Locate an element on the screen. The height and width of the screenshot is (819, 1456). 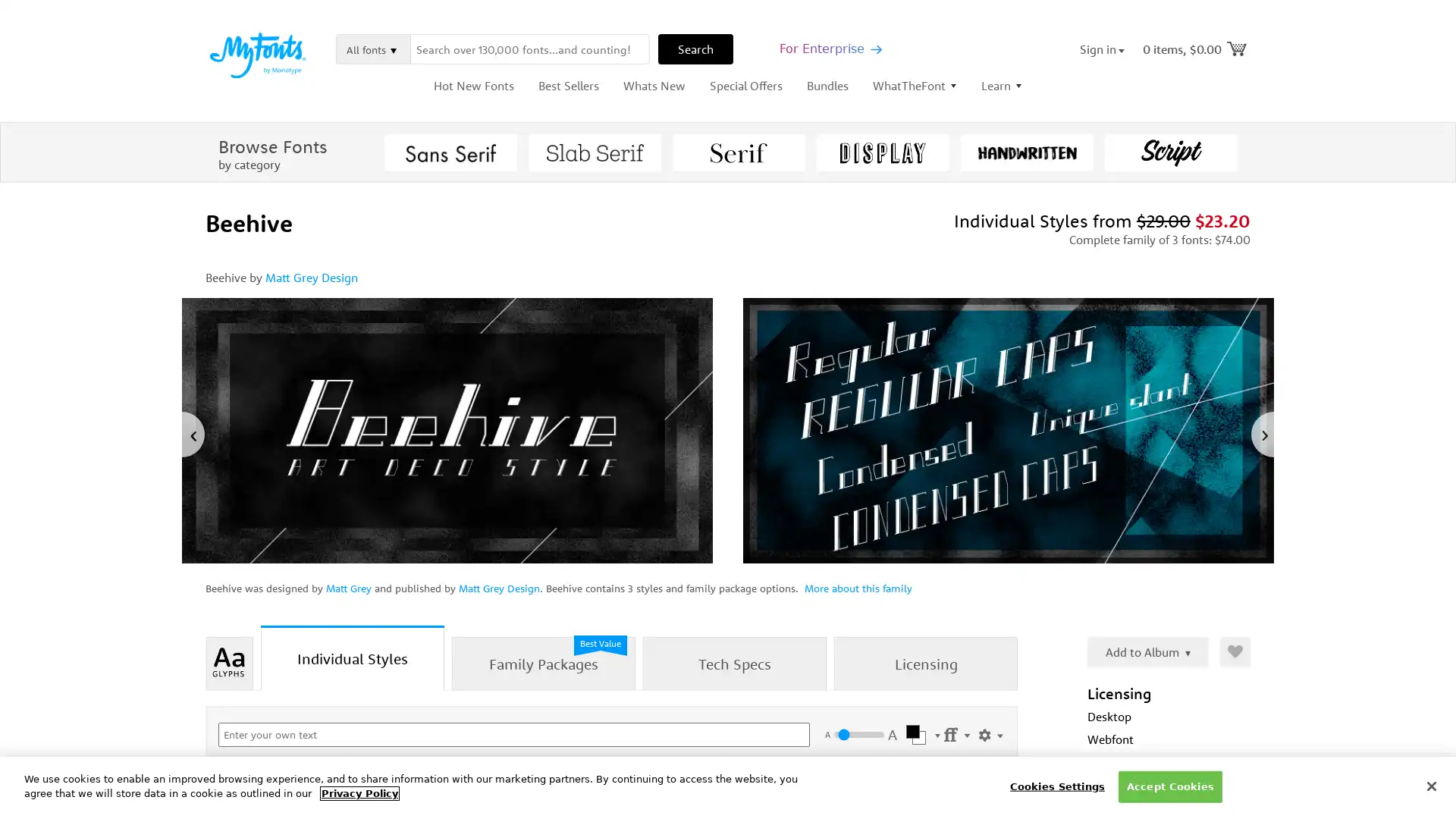
Settings Menu is located at coordinates (956, 734).